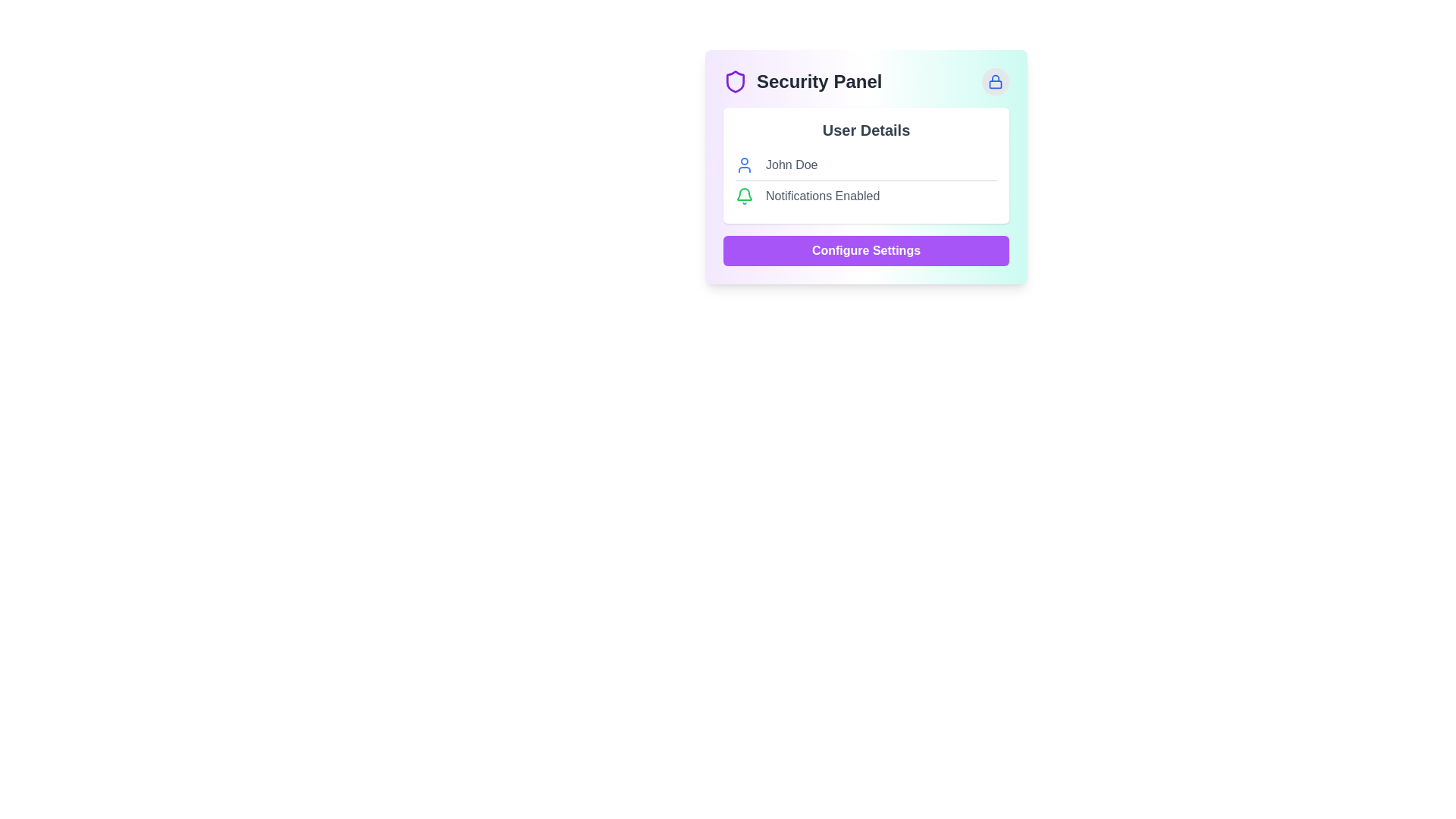 This screenshot has width=1456, height=819. Describe the element at coordinates (802, 82) in the screenshot. I see `the 'Security Panel' label with a shield icon, which is styled in bold and large font and located near the top-left corner of a card-like component` at that location.